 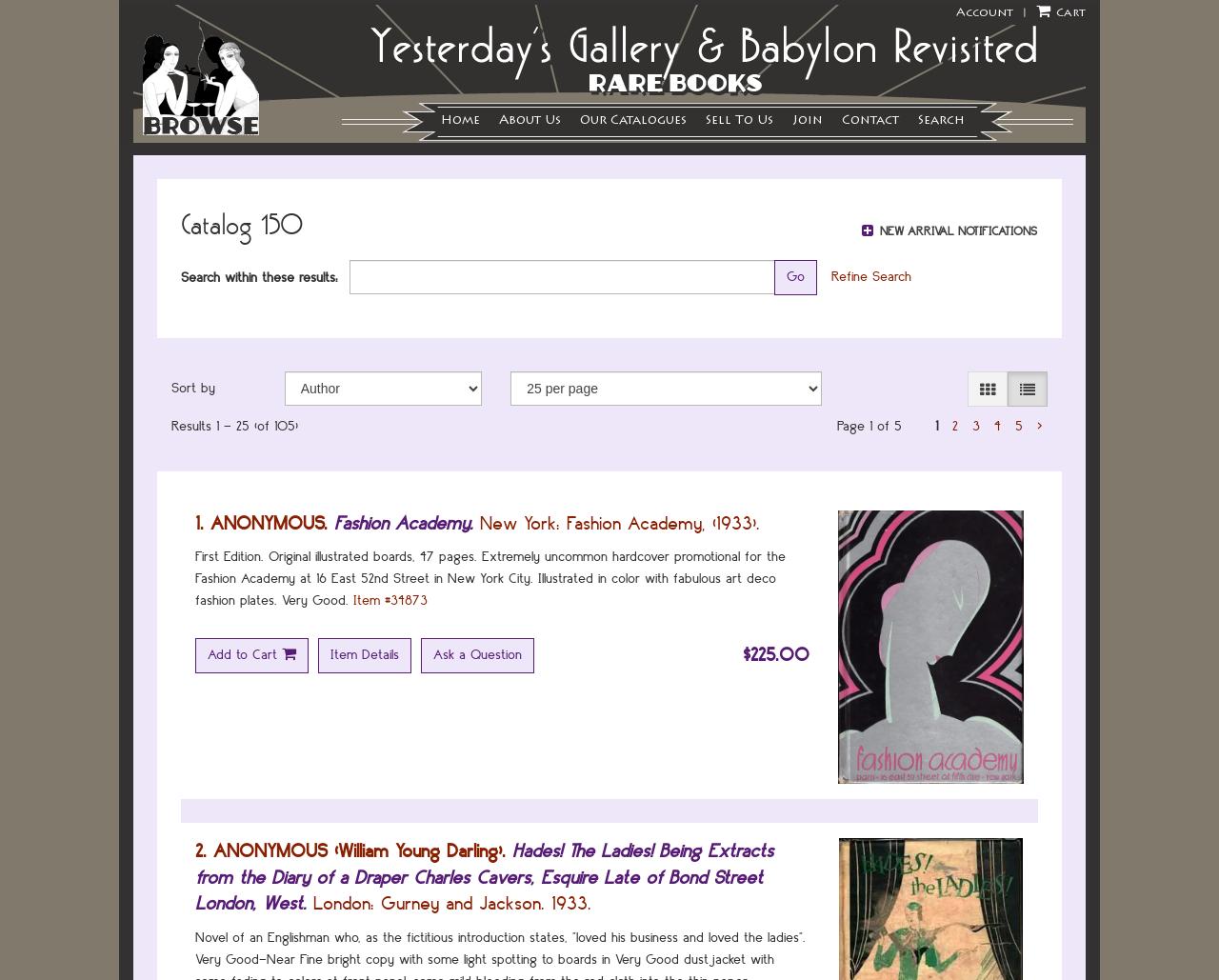 I want to click on 'Fashion Academy.', so click(x=403, y=521).